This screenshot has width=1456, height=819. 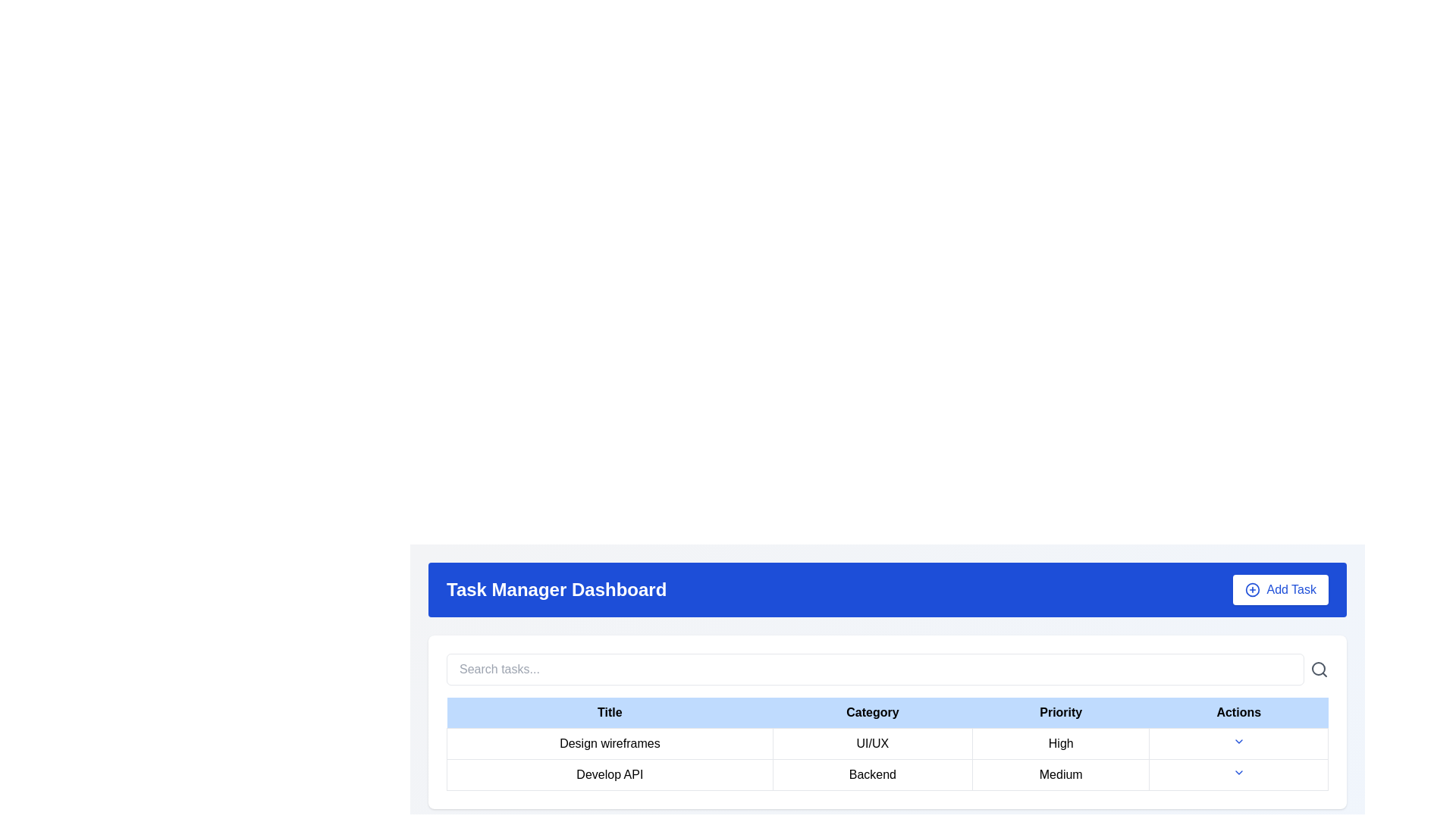 I want to click on the table header cell labeled 'Actions', which is the fourth column in the header row with a light blue background, so click(x=1238, y=713).